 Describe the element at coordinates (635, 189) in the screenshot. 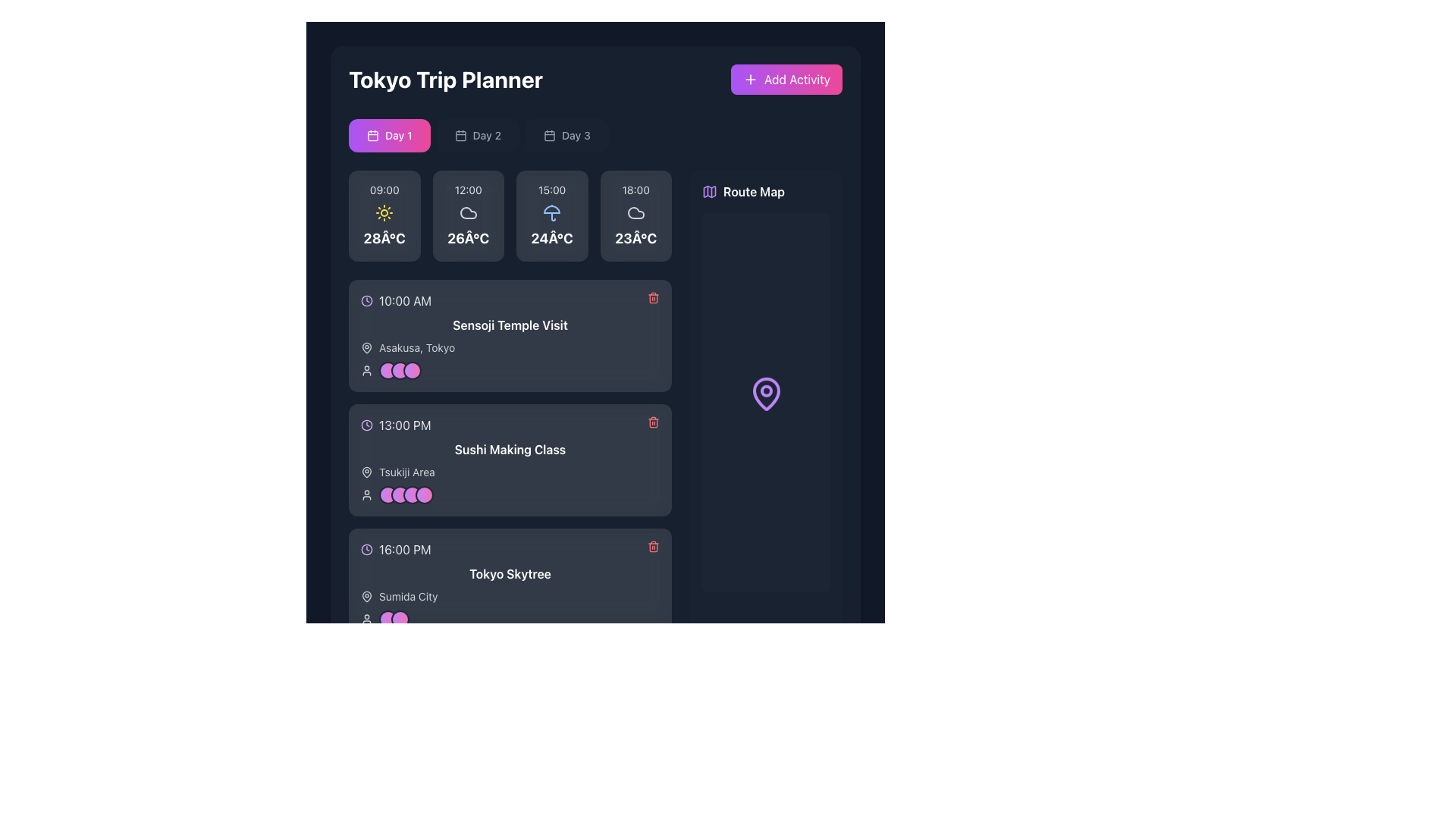

I see `the text label displaying '18:00', which is styled with a small font size and light gray color, located in the top right of the weather forecast section` at that location.